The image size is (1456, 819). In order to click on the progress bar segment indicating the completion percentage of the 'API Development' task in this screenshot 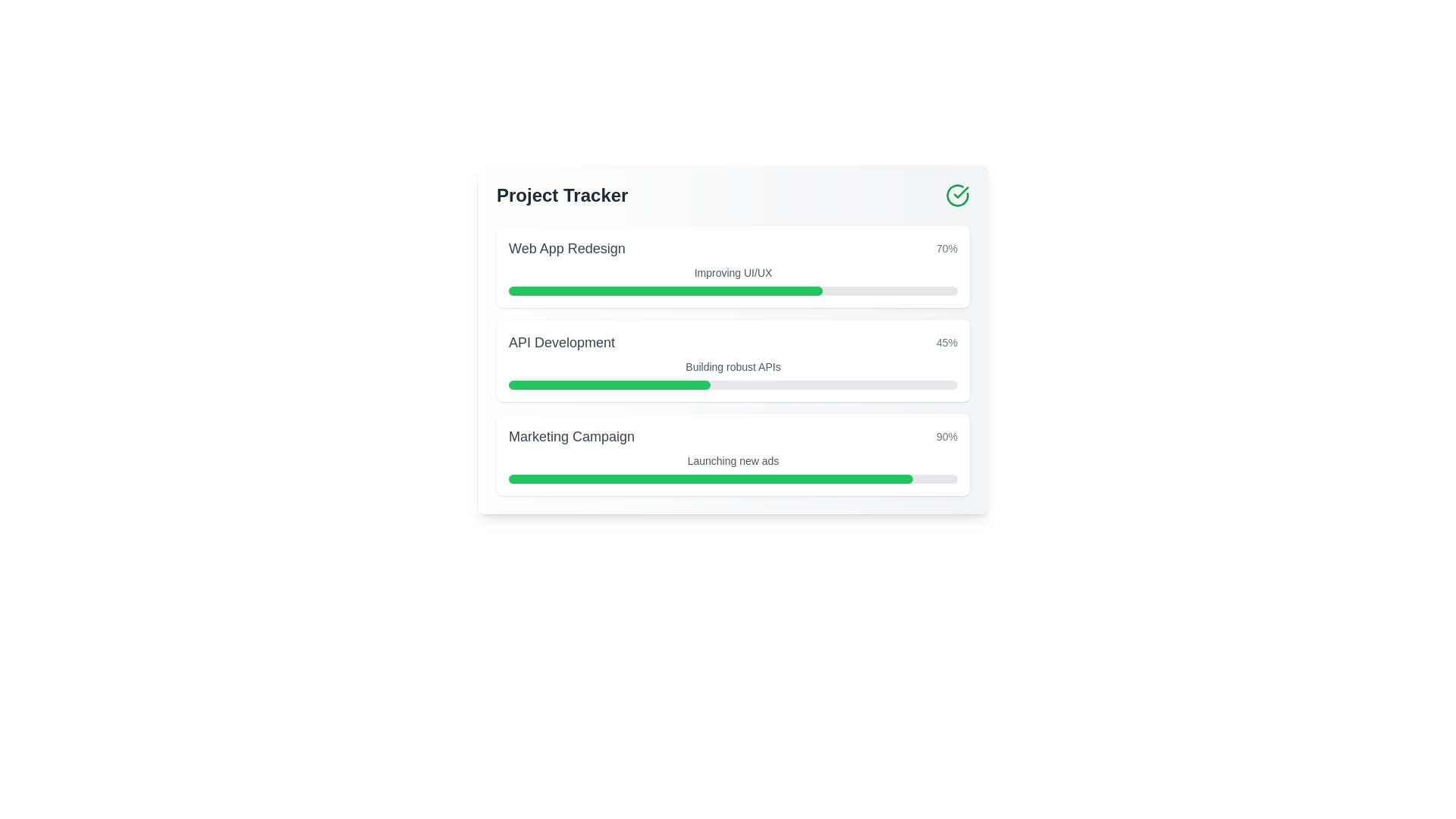, I will do `click(610, 384)`.